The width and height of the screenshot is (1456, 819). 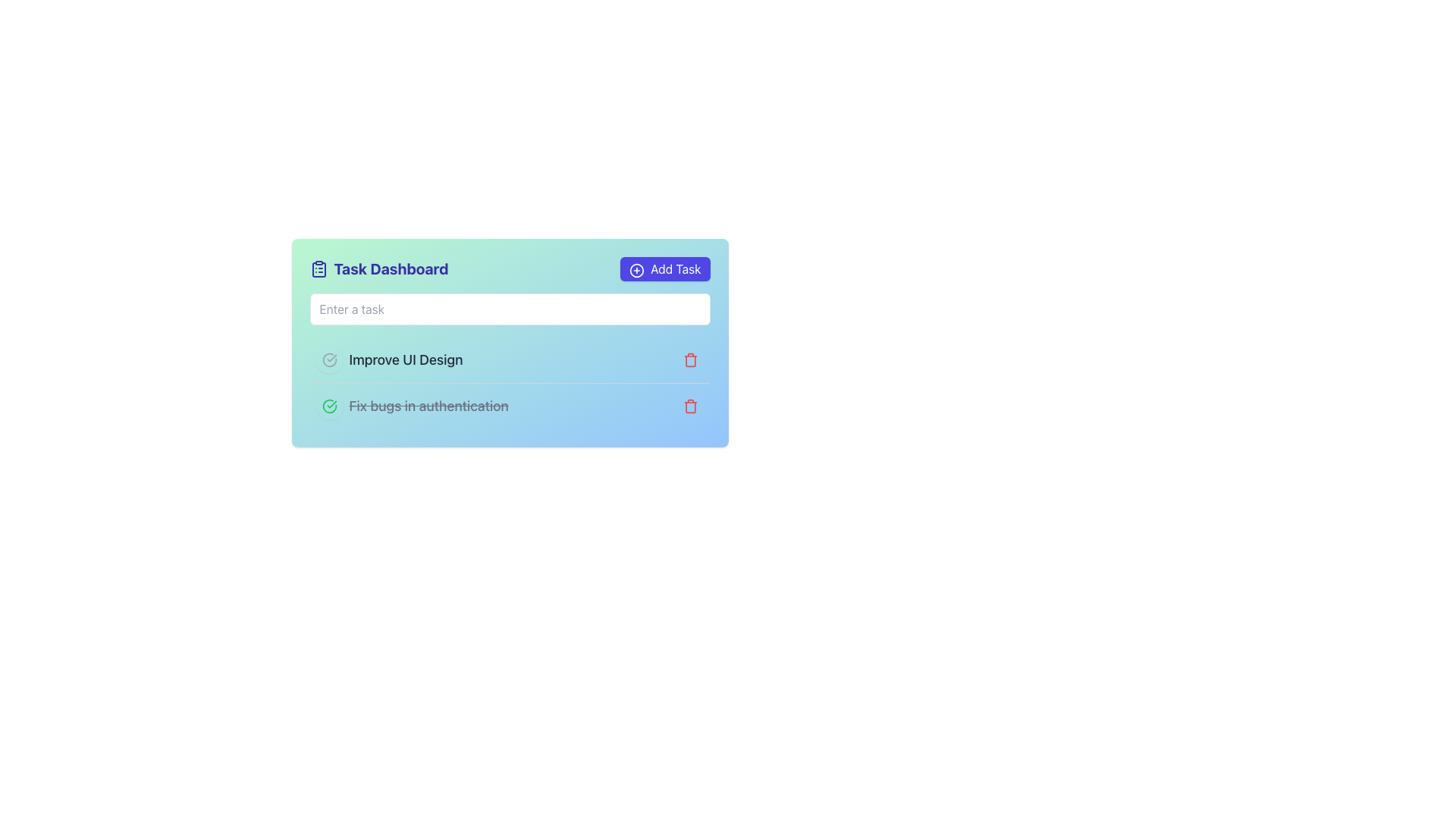 I want to click on the 'Add Task' button located at the top-right side of the 'Task Dashboard' section, so click(x=665, y=268).